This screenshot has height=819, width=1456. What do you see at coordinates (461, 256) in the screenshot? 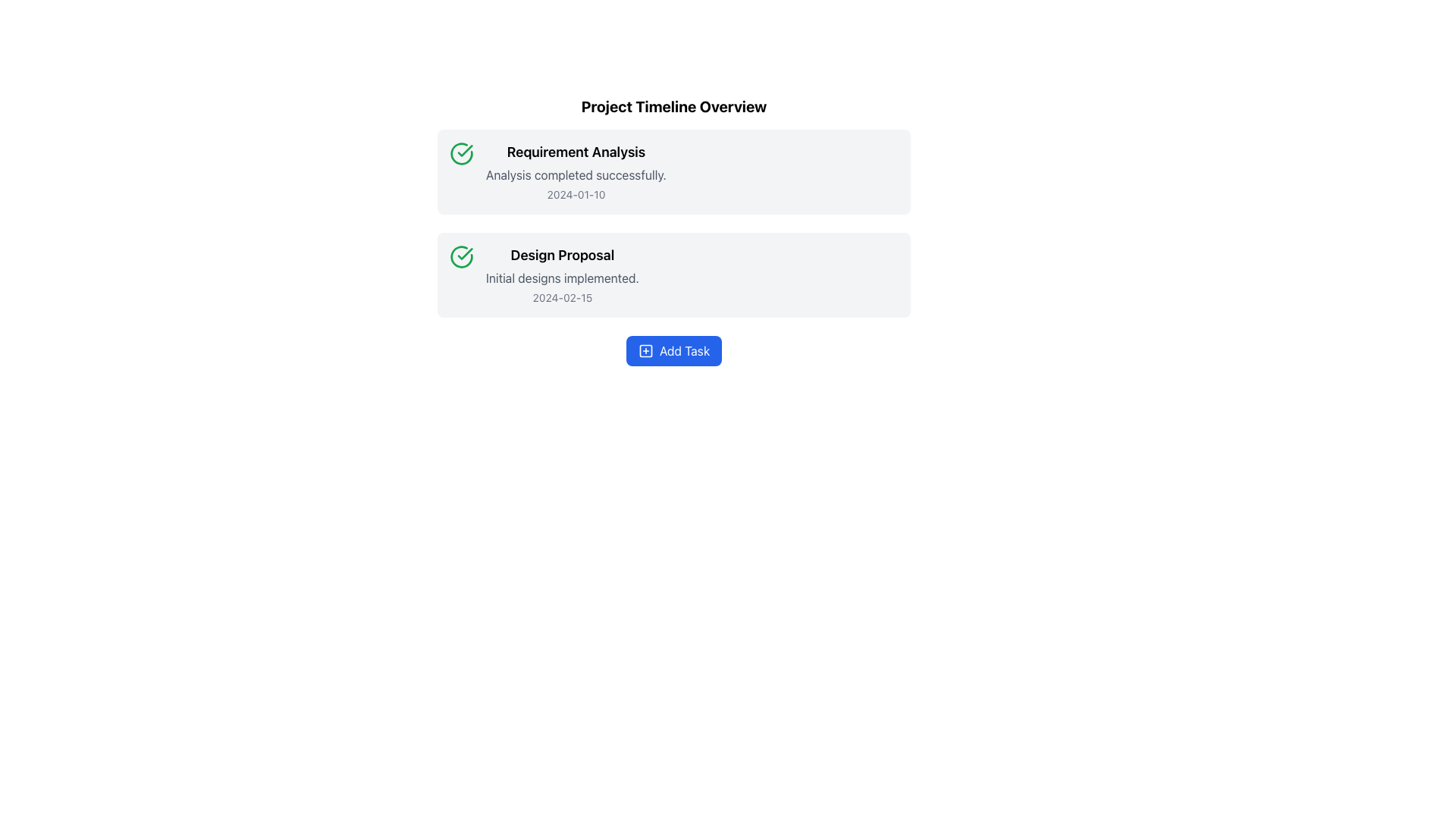
I see `the Icon that represents a completed task or status, located to the far left of the 'Design Proposal' entry` at bounding box center [461, 256].